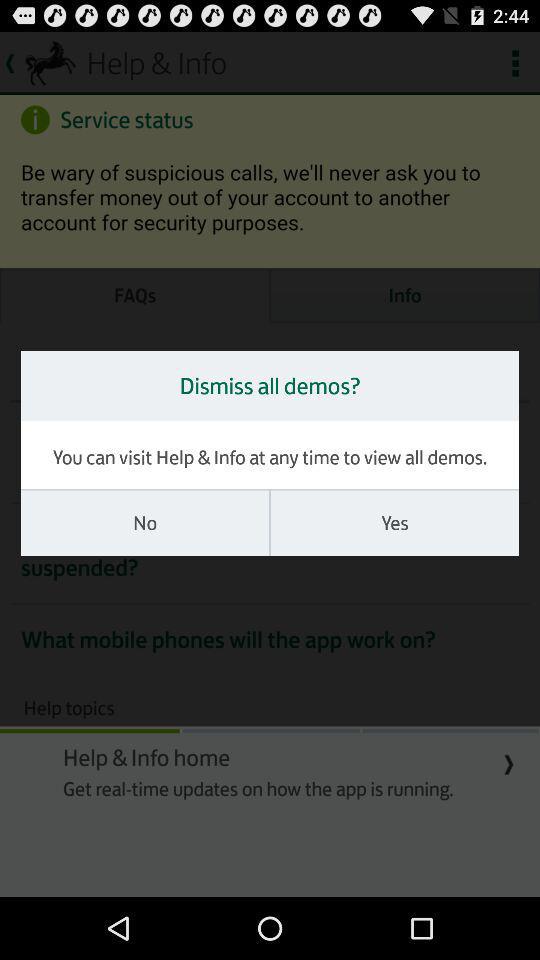  Describe the element at coordinates (394, 522) in the screenshot. I see `the yes icon` at that location.